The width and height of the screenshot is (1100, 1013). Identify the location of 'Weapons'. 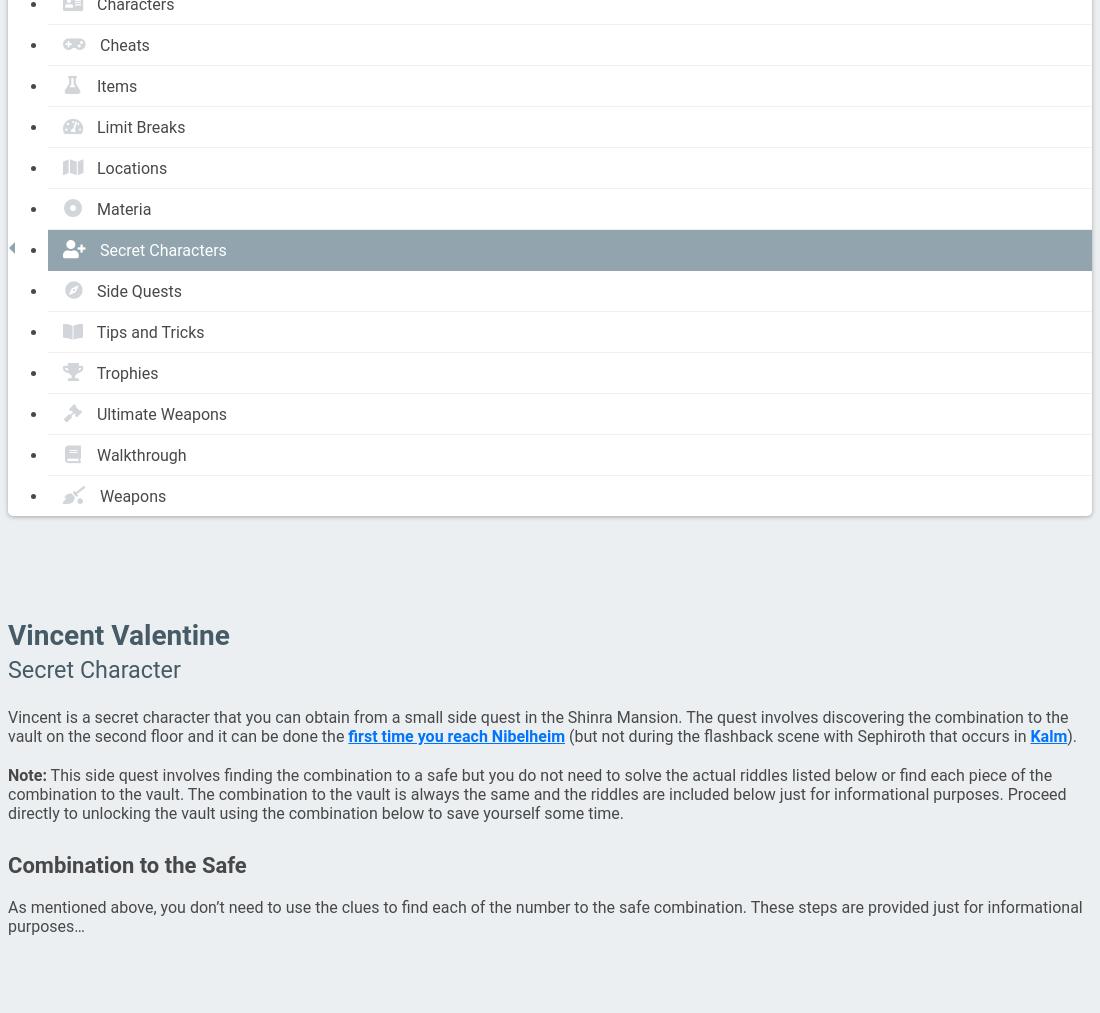
(99, 494).